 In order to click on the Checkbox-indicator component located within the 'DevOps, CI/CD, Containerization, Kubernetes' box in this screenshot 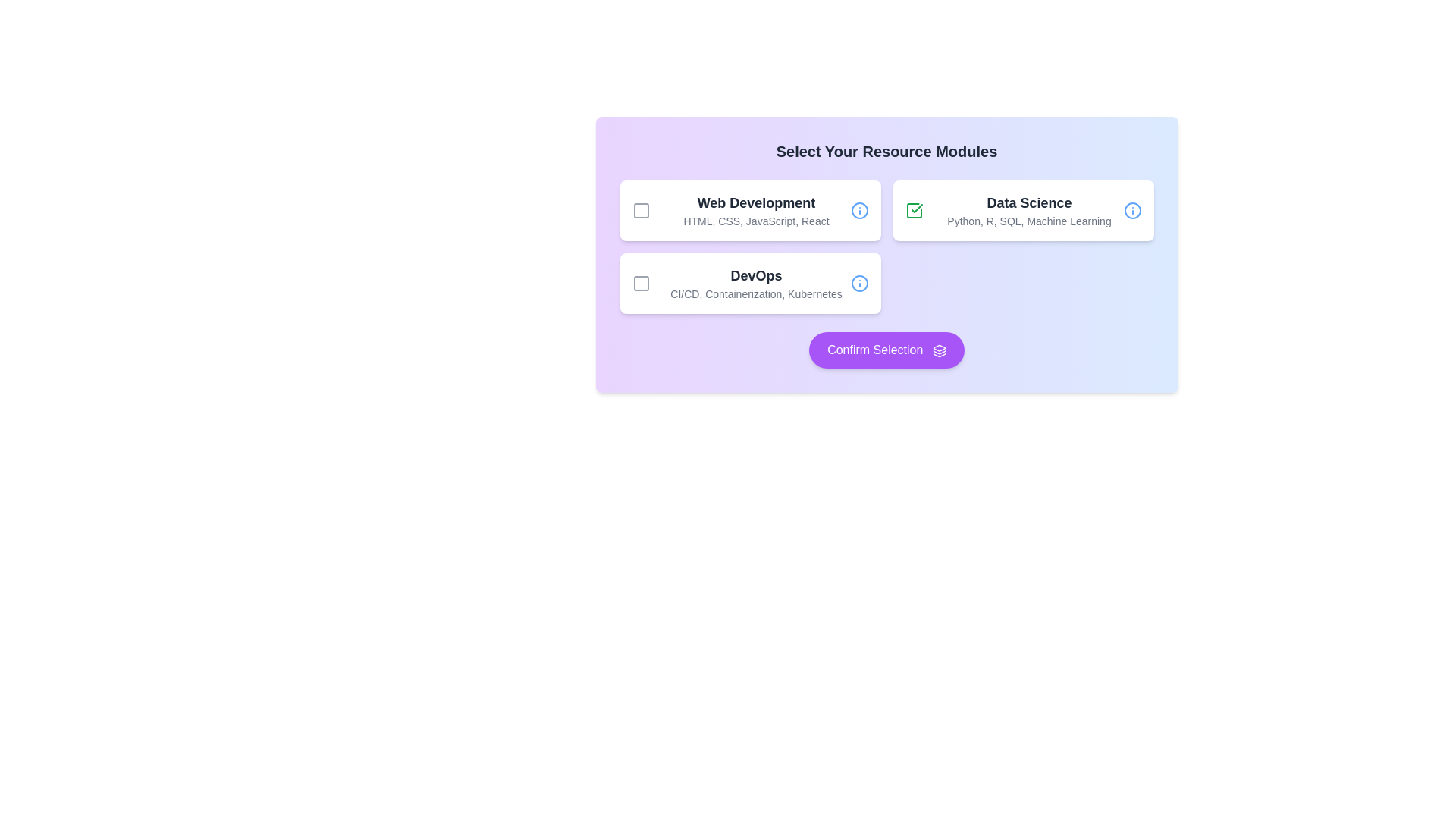, I will do `click(641, 284)`.